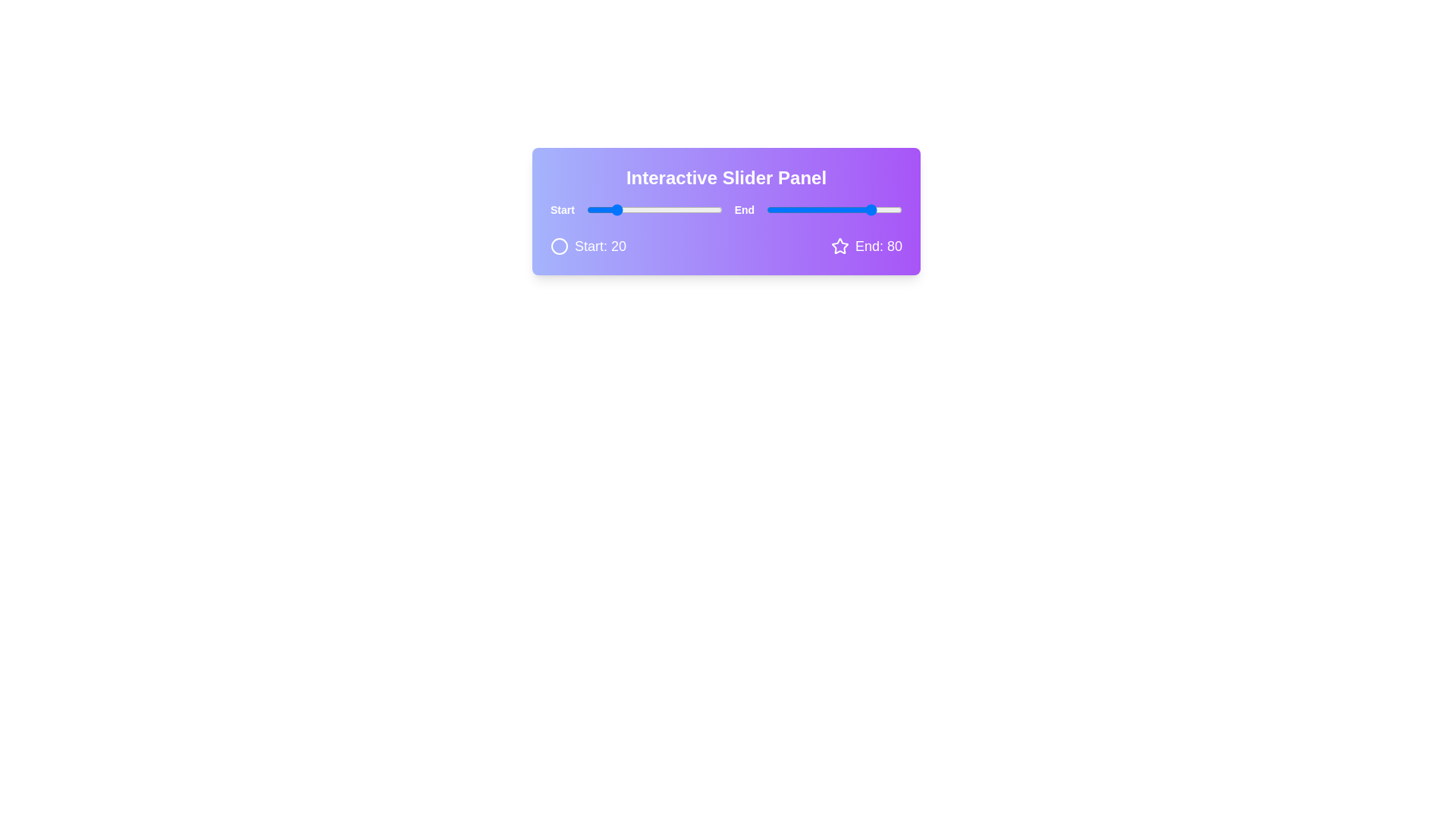 The width and height of the screenshot is (1456, 819). I want to click on the start slider, so click(693, 210).